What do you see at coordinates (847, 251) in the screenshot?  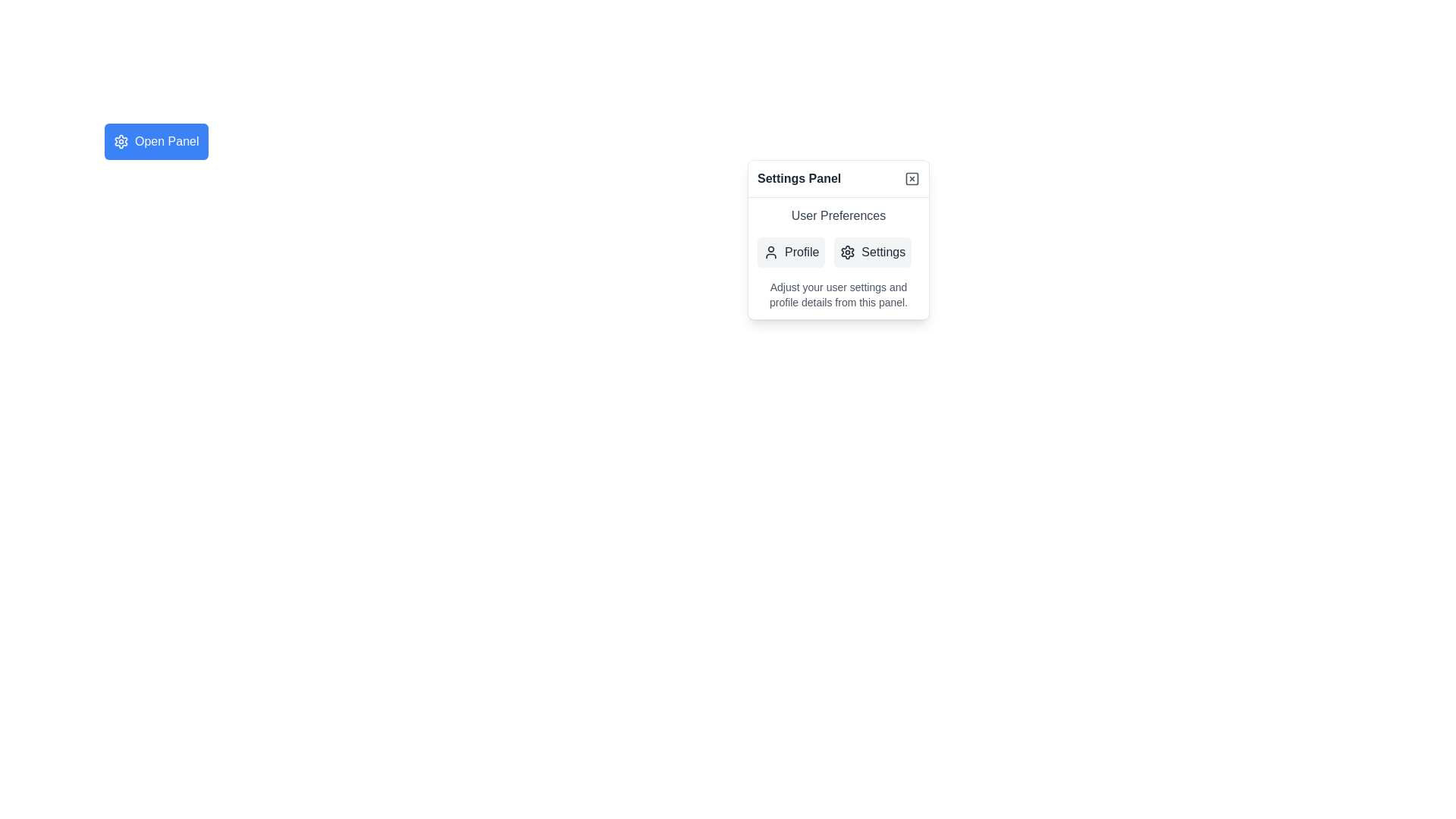 I see `the settings icon located within the 'Settings' button on the 'Settings Panel', which is positioned to the right of the 'Profile' button` at bounding box center [847, 251].